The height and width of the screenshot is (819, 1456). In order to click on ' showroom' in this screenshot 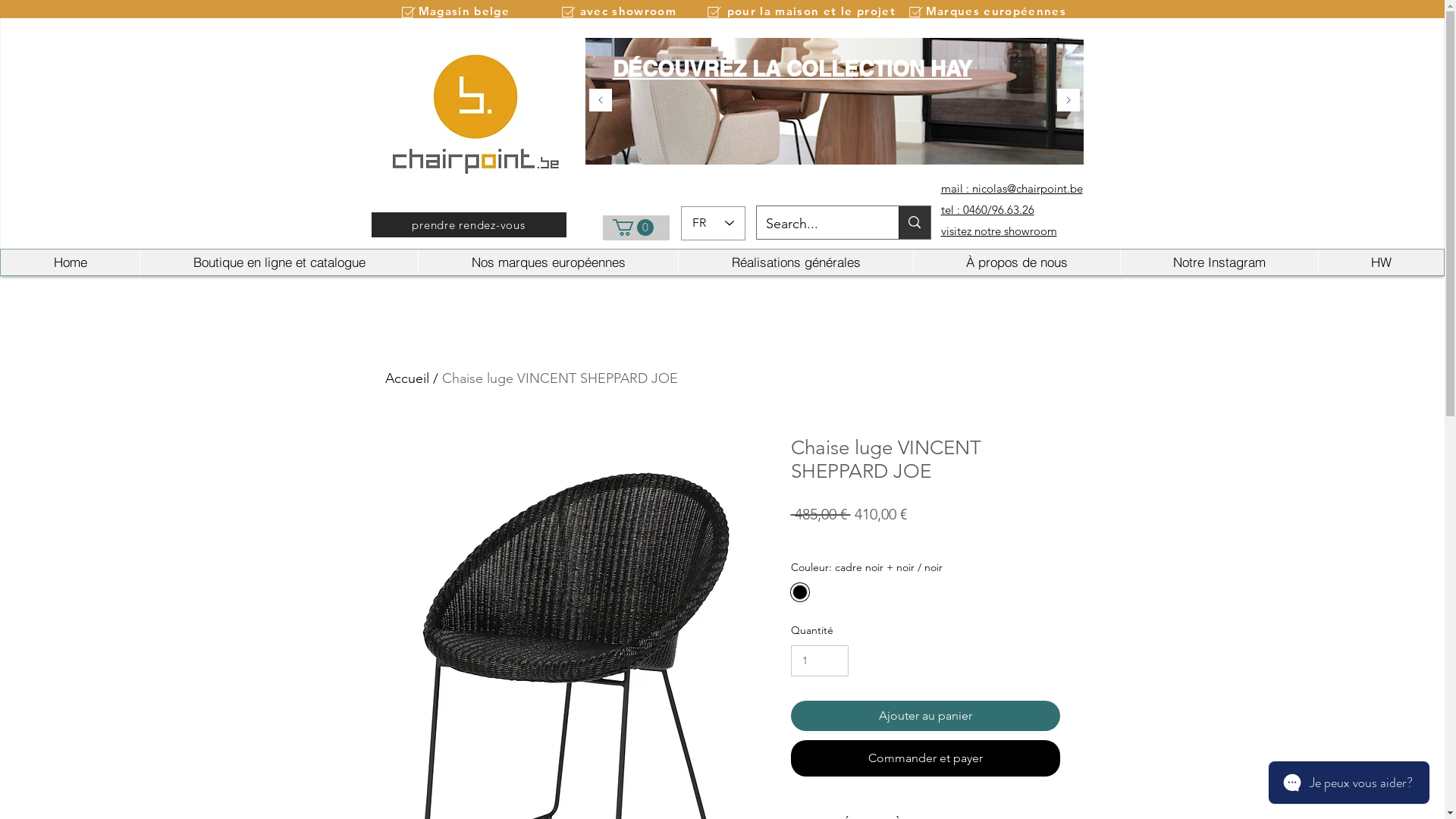, I will do `click(1029, 231)`.